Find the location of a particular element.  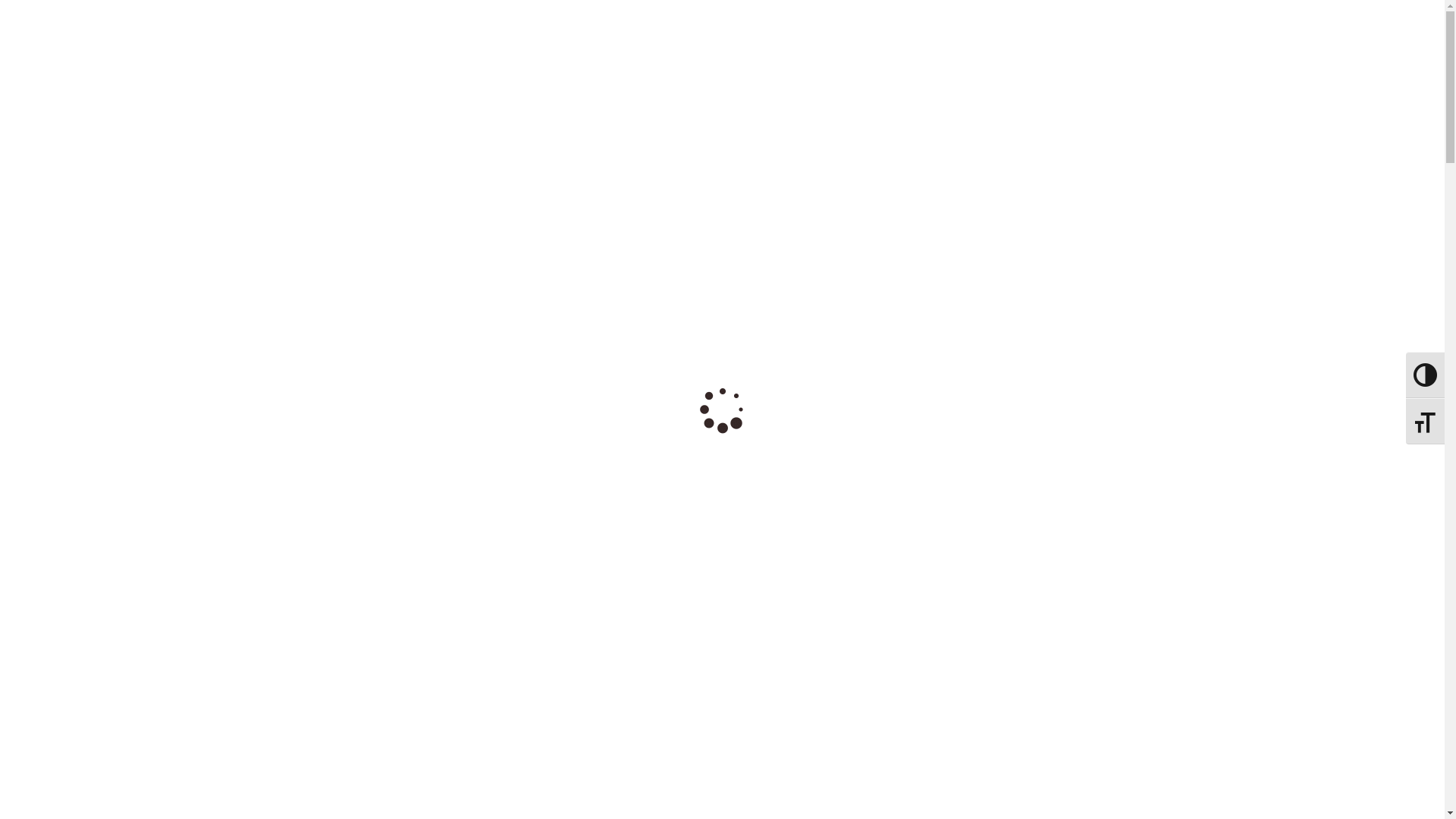

'Toggle High Contrast' is located at coordinates (722, 7).